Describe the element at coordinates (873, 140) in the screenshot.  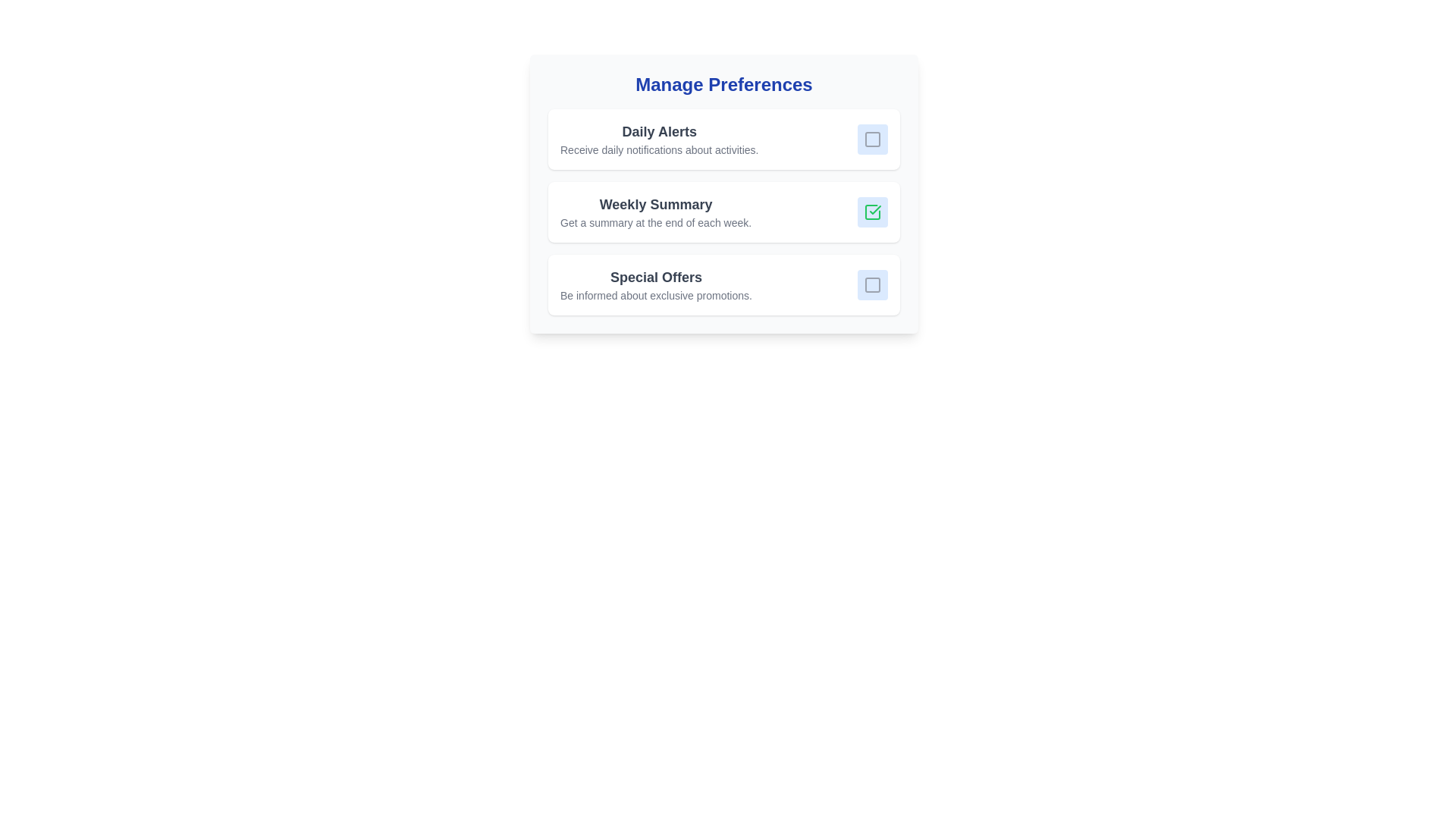
I see `the checkbox icon in the first row under 'Daily Alerts'` at that location.